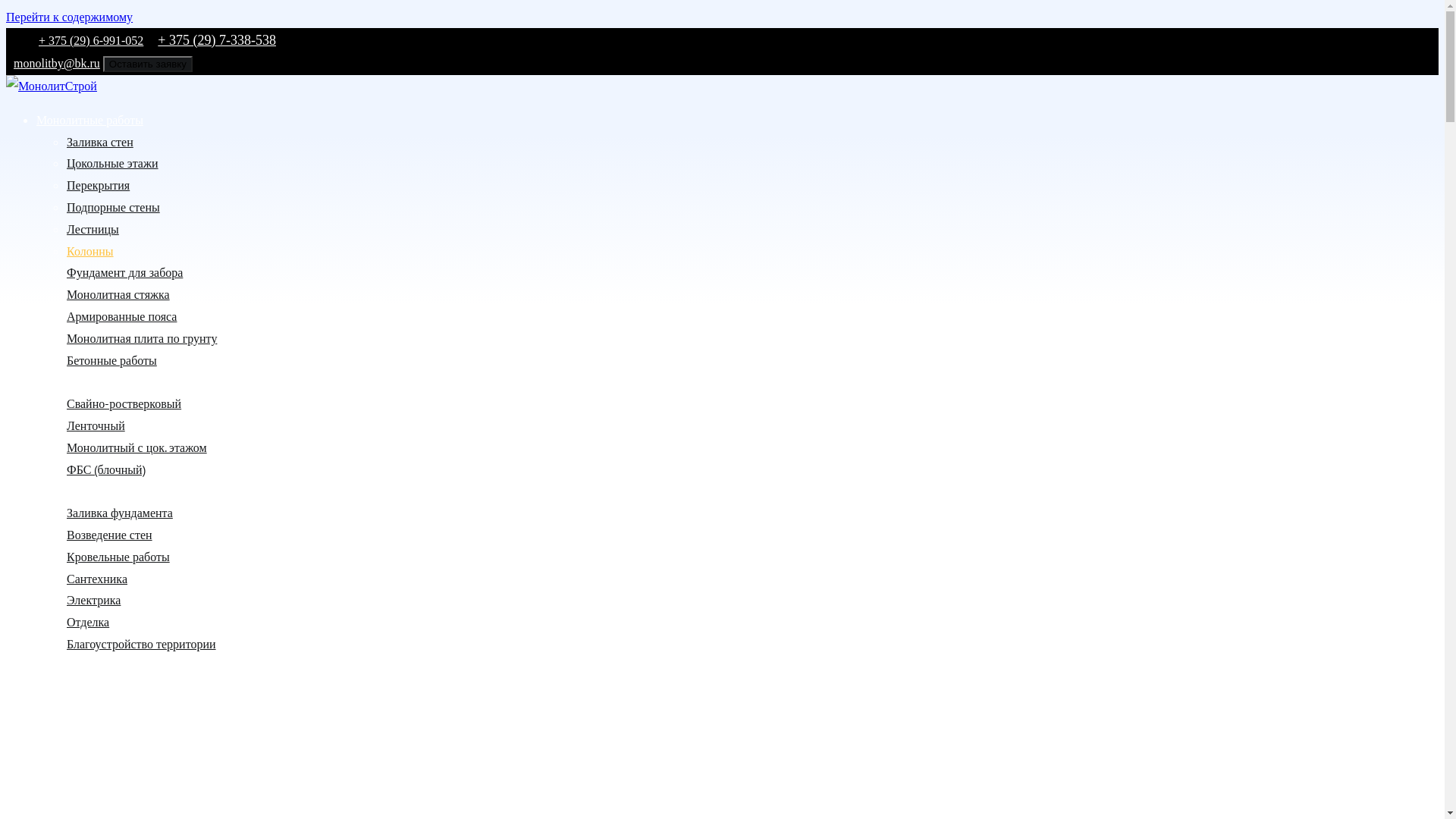  I want to click on '+ 375 (29) 7-338-538', so click(216, 39).